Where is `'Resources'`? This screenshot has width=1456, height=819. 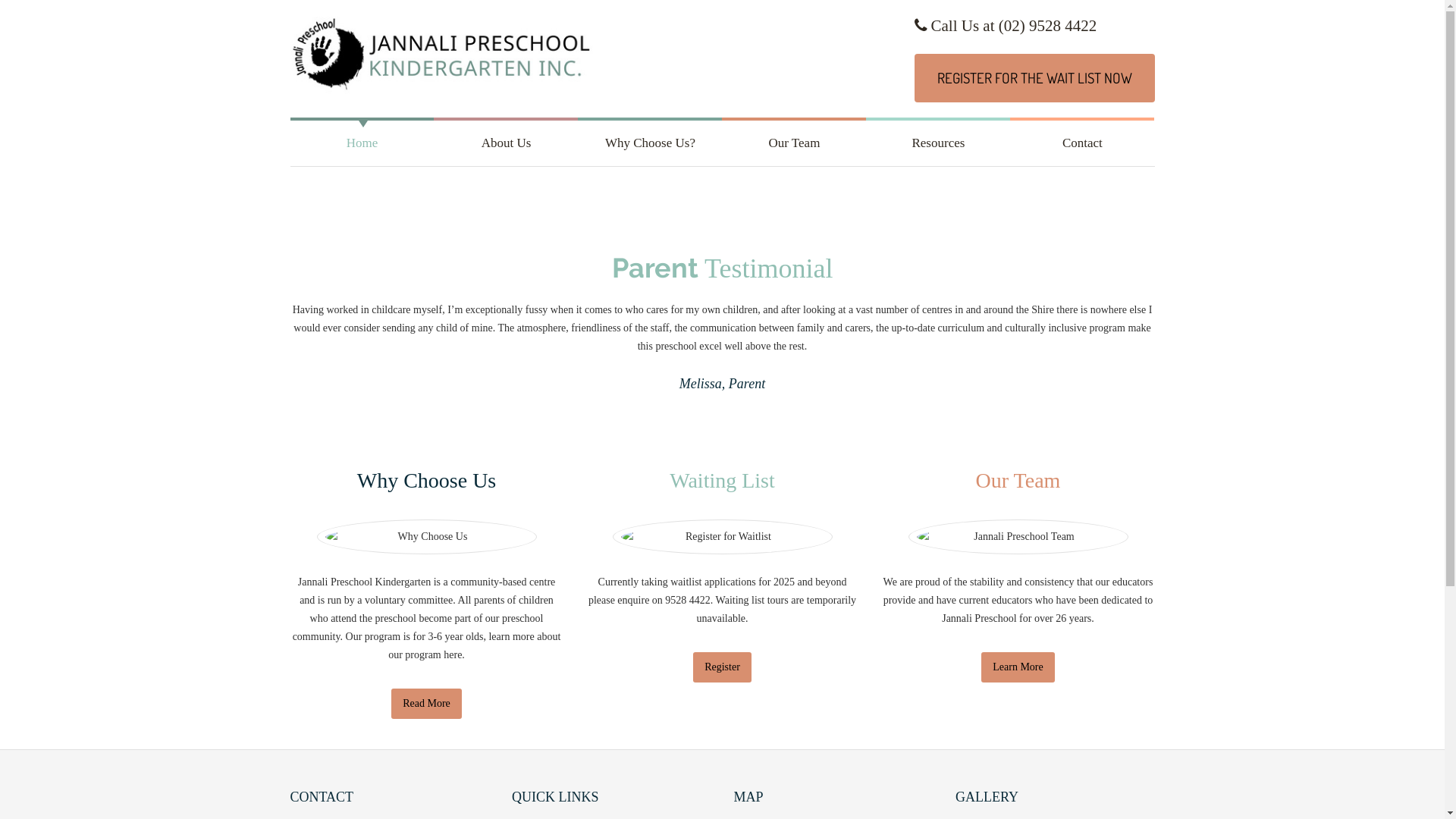
'Resources' is located at coordinates (937, 143).